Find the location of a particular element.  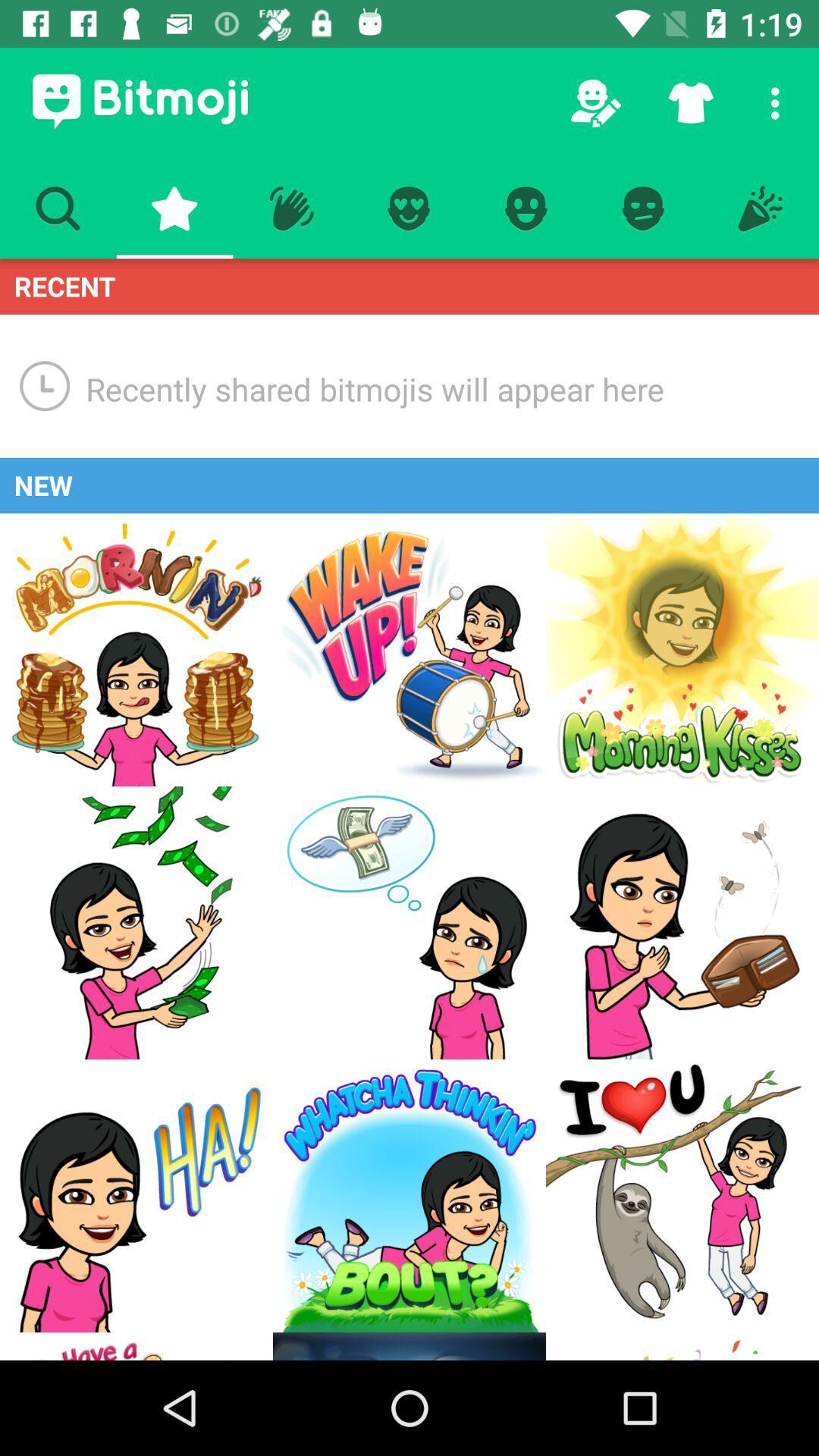

bitmoji is located at coordinates (681, 1195).